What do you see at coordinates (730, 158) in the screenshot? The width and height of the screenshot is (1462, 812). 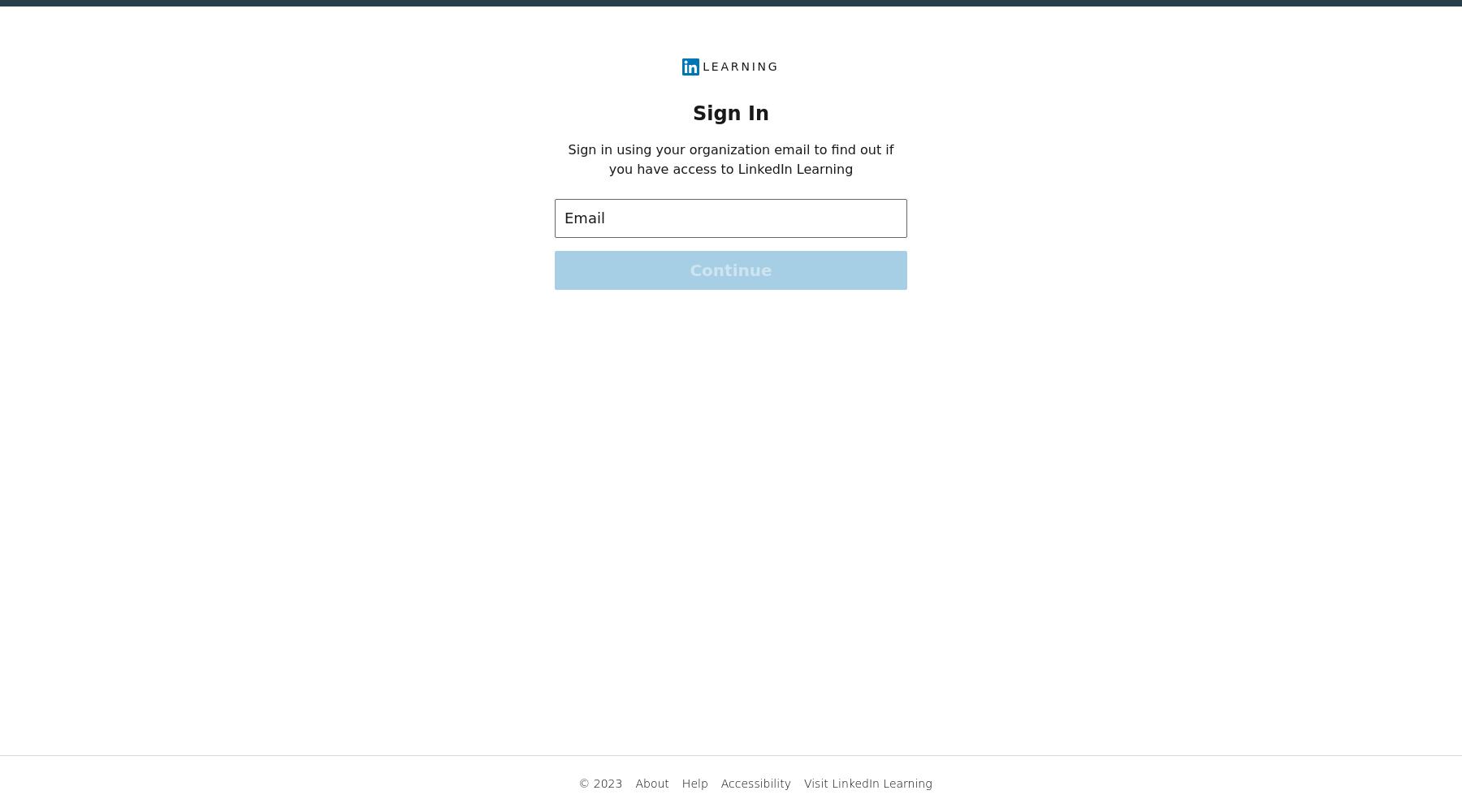 I see `'Sign in using your organization email to find out if you have access to
      LinkedIn Learning'` at bounding box center [730, 158].